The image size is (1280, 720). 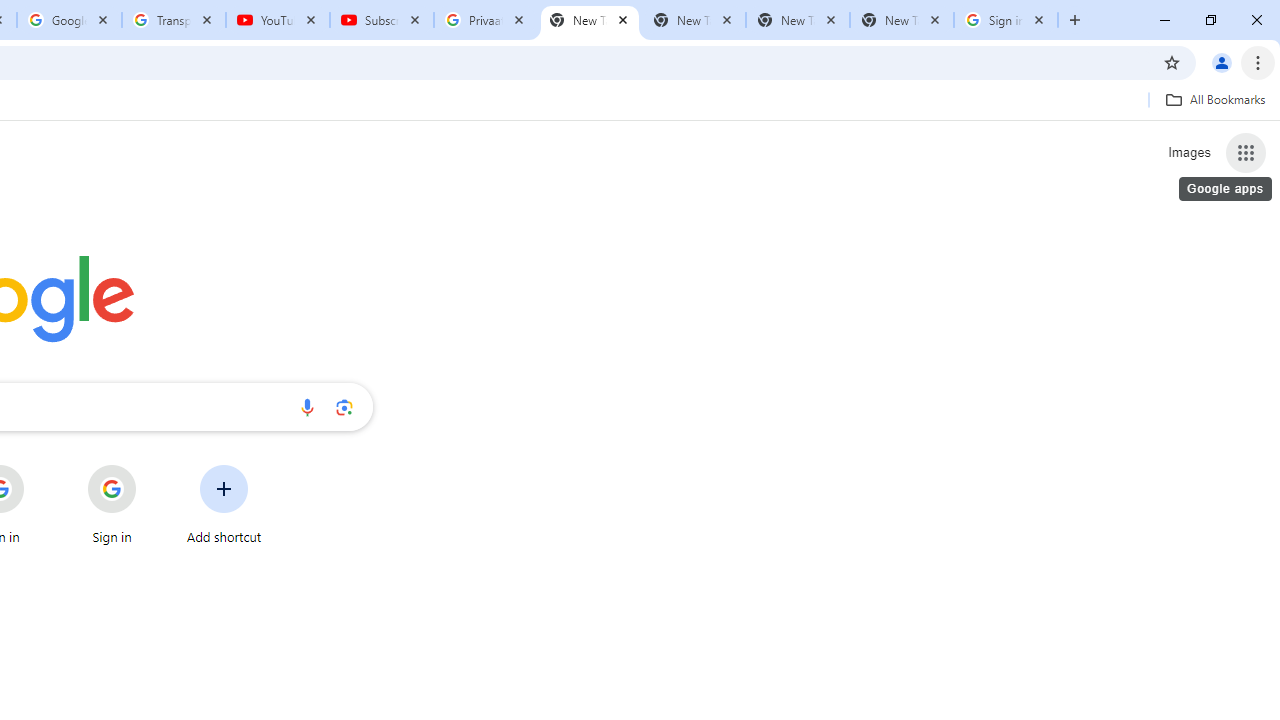 What do you see at coordinates (1006, 20) in the screenshot?
I see `'Sign in - Google Accounts'` at bounding box center [1006, 20].